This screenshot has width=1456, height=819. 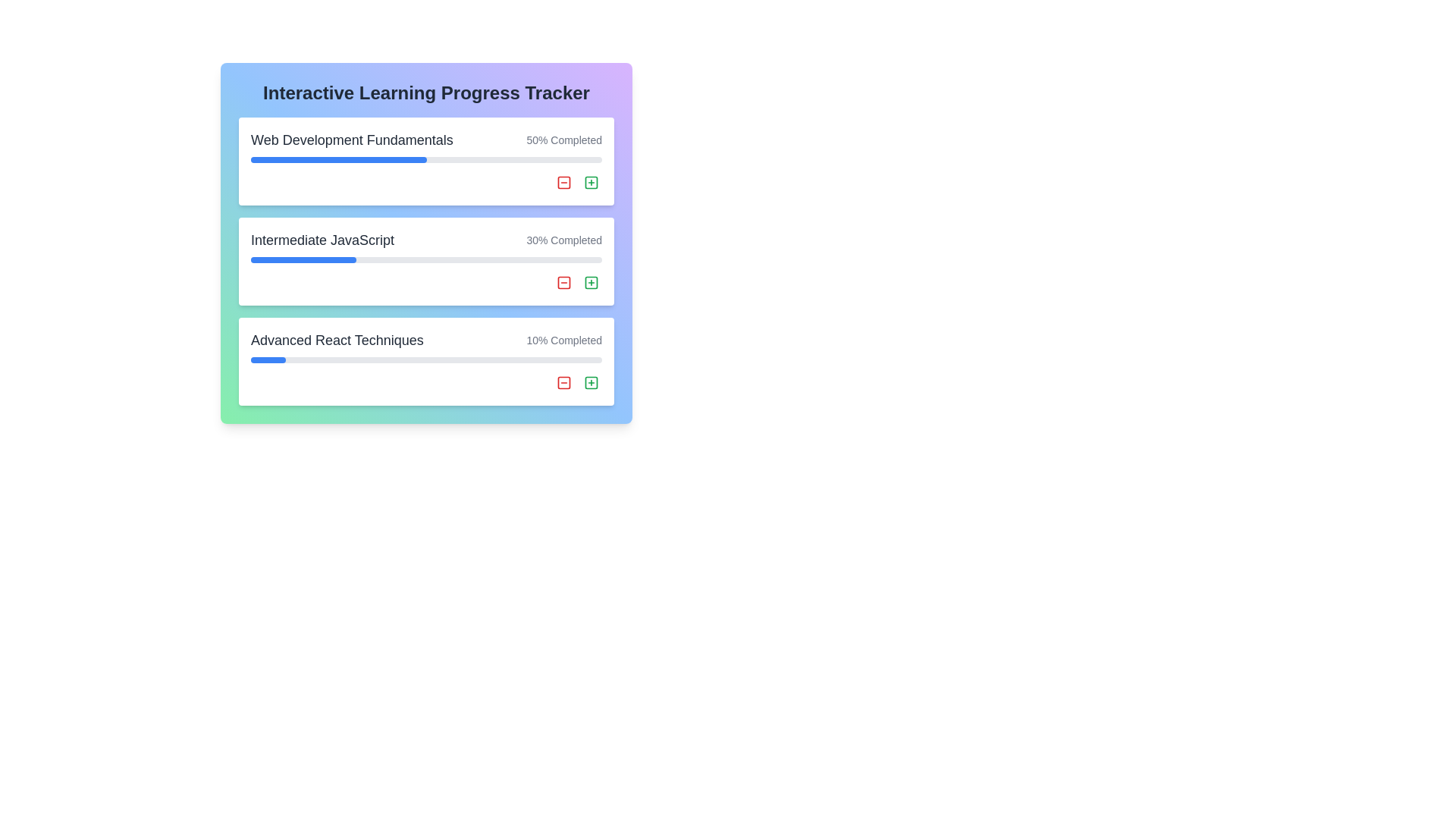 What do you see at coordinates (590, 382) in the screenshot?
I see `the button located in the bottom-right section of the 'Advanced React Techniques' course card to observe the hover effect` at bounding box center [590, 382].